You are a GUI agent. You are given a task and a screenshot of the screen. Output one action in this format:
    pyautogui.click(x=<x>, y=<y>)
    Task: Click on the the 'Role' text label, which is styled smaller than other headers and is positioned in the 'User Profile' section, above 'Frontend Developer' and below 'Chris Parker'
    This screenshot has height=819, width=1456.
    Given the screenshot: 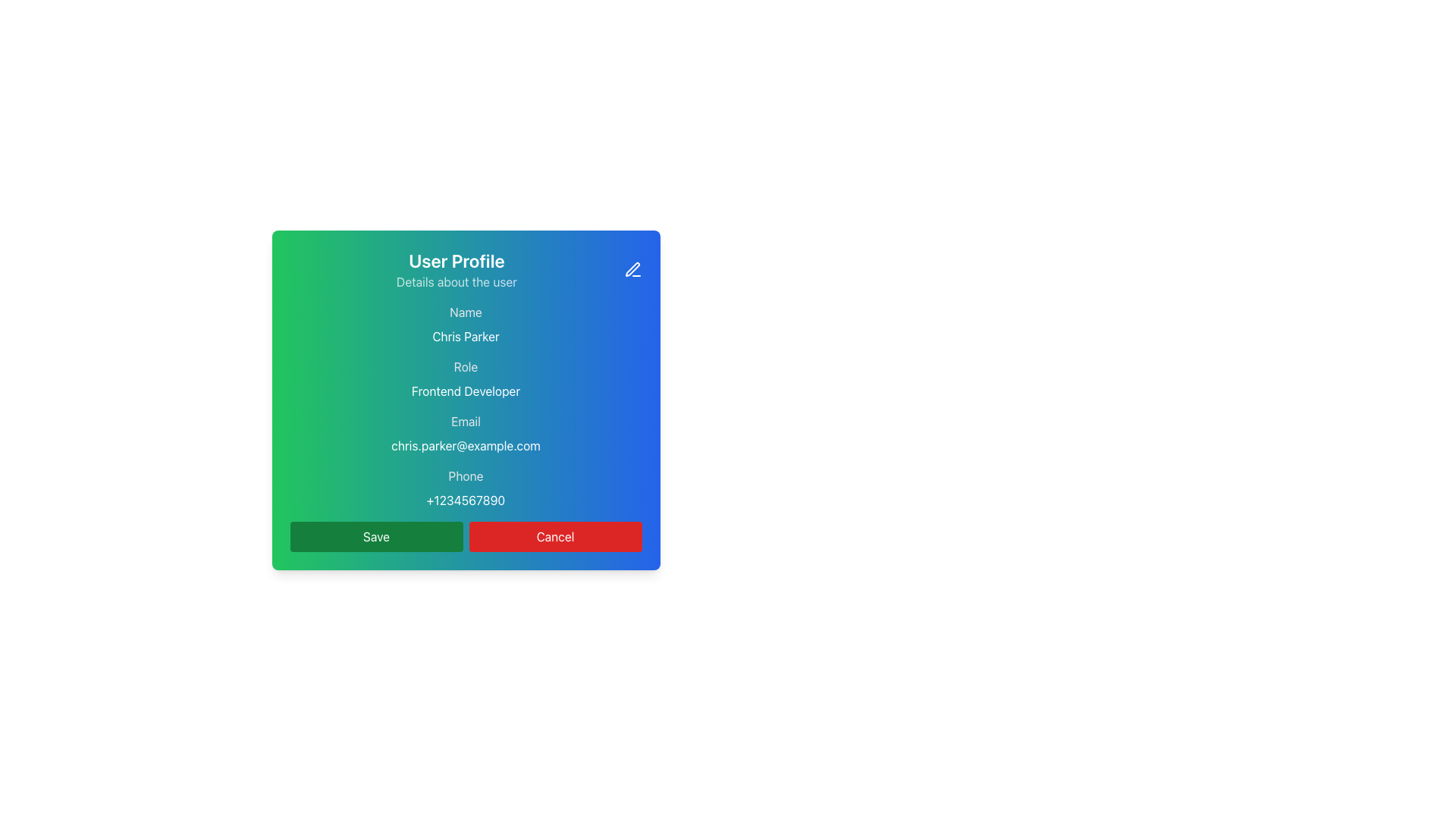 What is the action you would take?
    pyautogui.click(x=465, y=366)
    